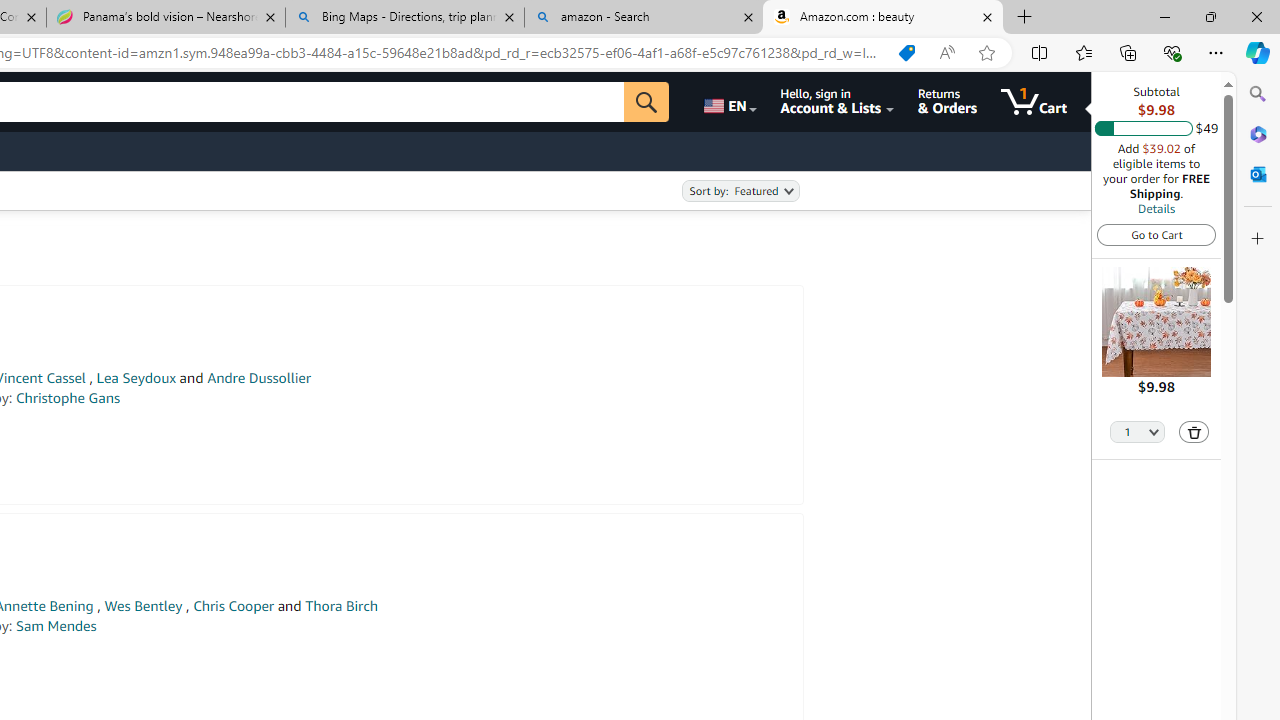  What do you see at coordinates (739, 191) in the screenshot?
I see `'Sort by:'` at bounding box center [739, 191].